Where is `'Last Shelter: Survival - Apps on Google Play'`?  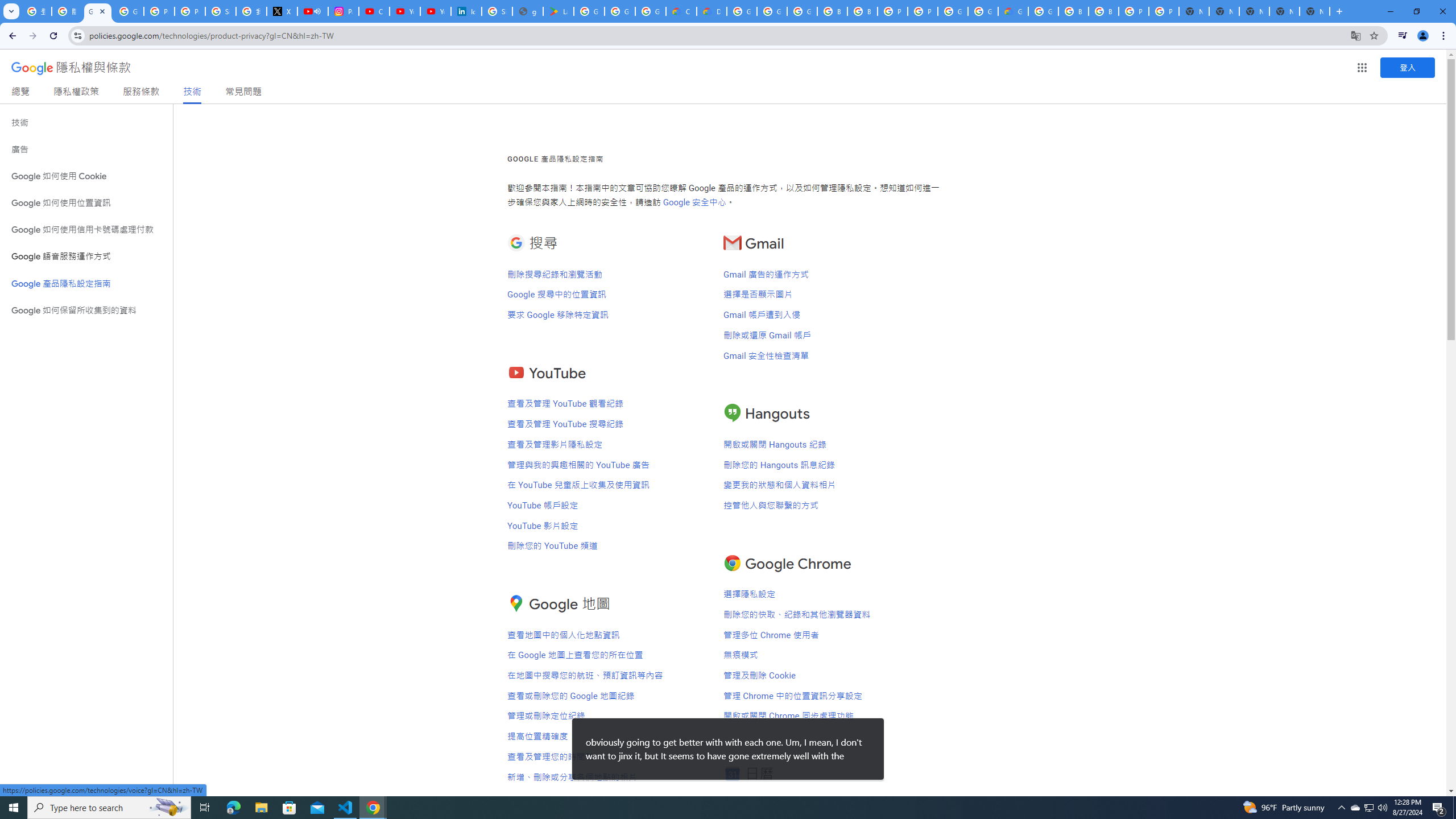
'Last Shelter: Survival - Apps on Google Play' is located at coordinates (559, 11).